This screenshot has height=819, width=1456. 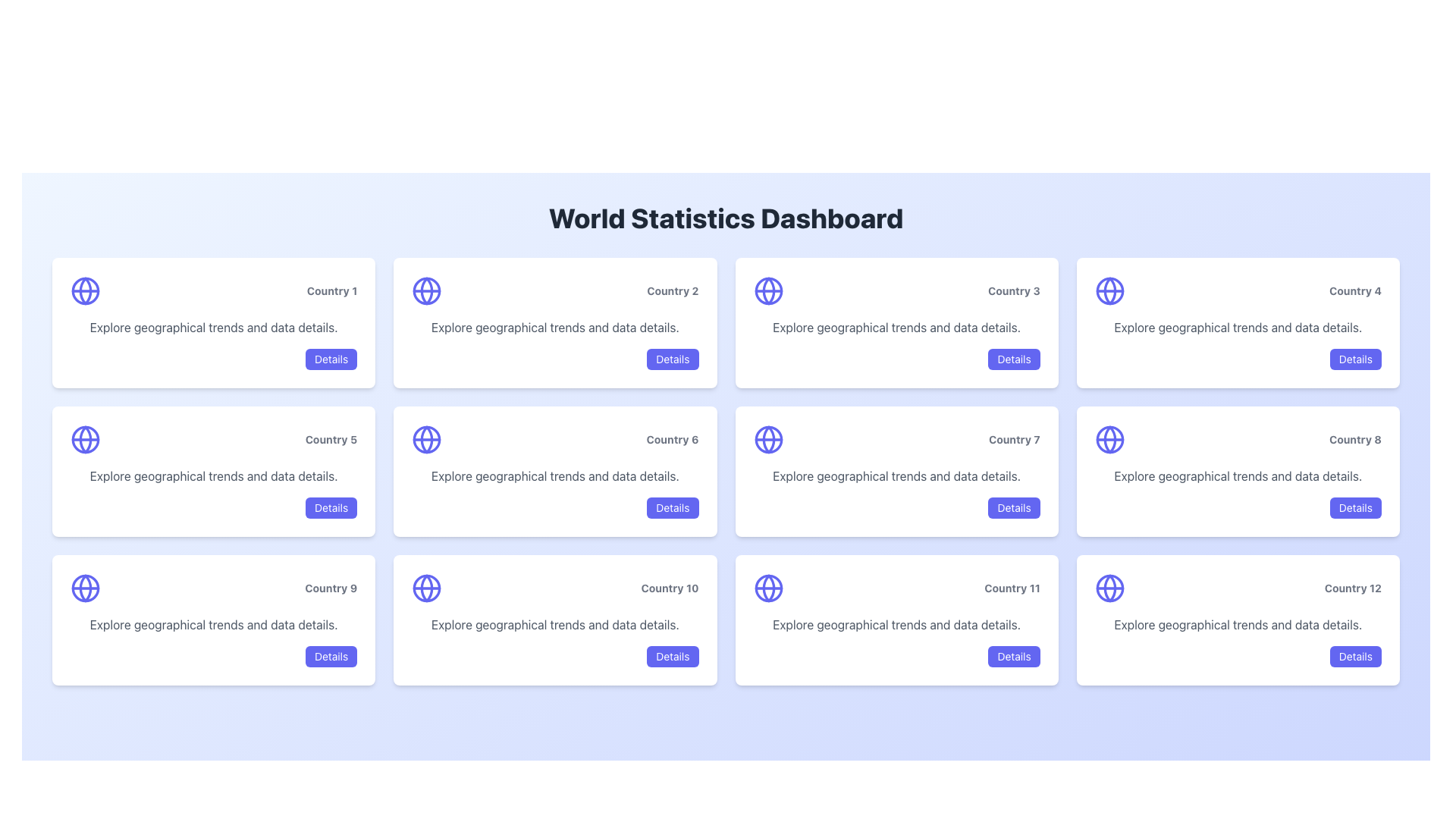 I want to click on the text label located in the bottom-left card of a 3x4 grid layout, which serves as a header or title for the associated card, so click(x=330, y=587).